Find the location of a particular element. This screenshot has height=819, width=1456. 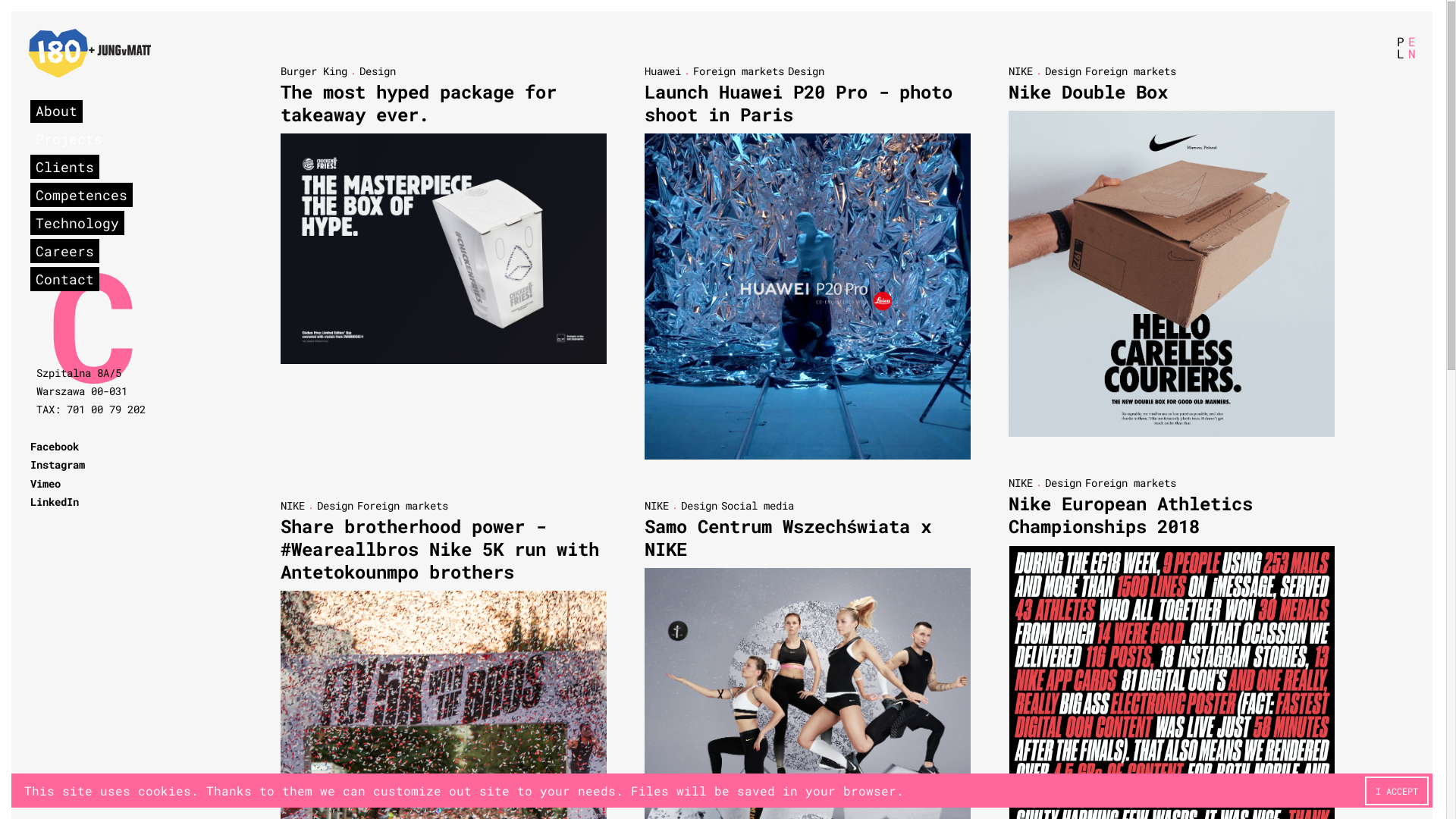

'Facebook' is located at coordinates (30, 447).